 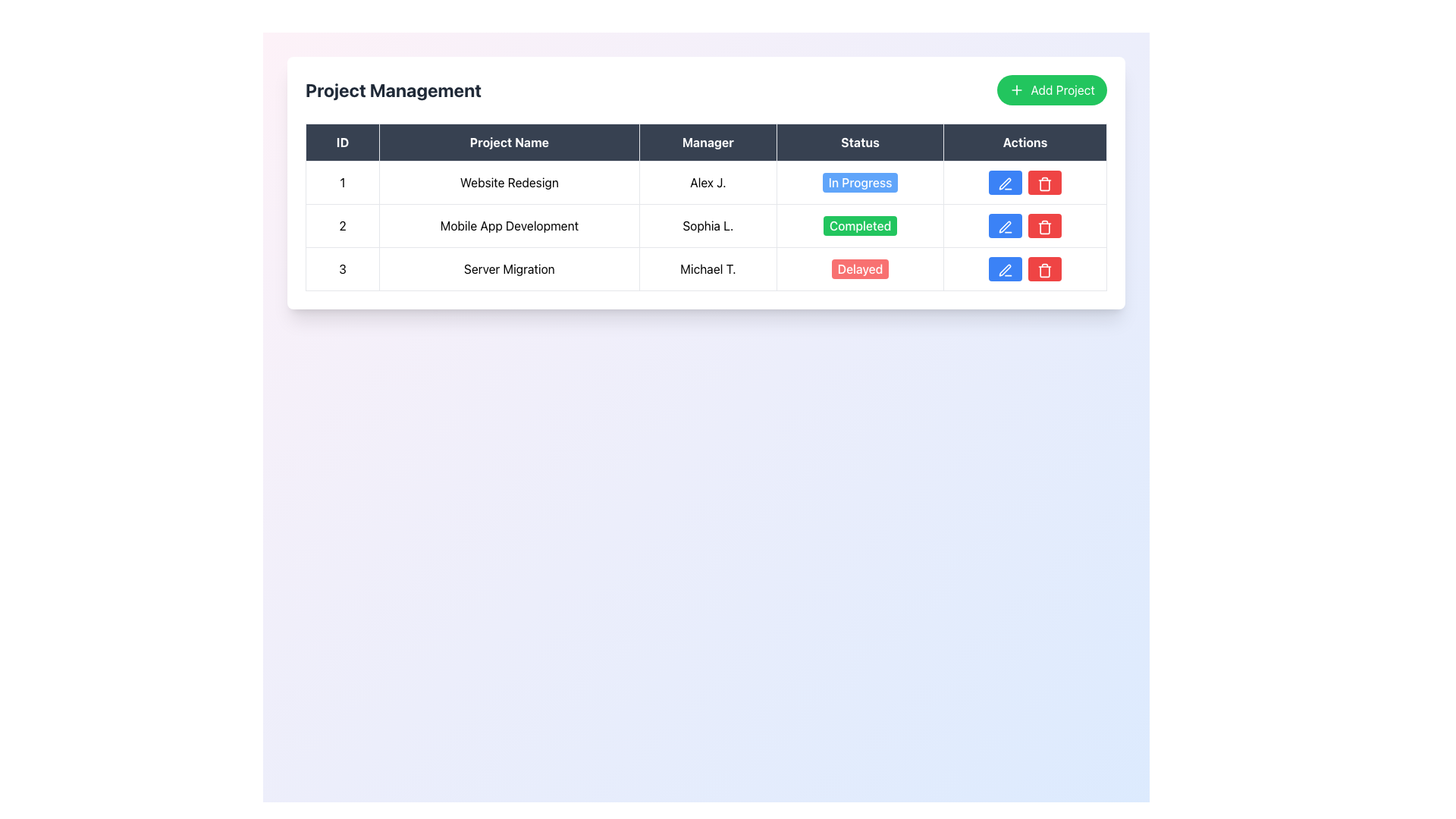 I want to click on the first row of the project management table that contains details about the project 'Website Redesign', including the ID, manager, status, and action buttons, so click(x=705, y=181).